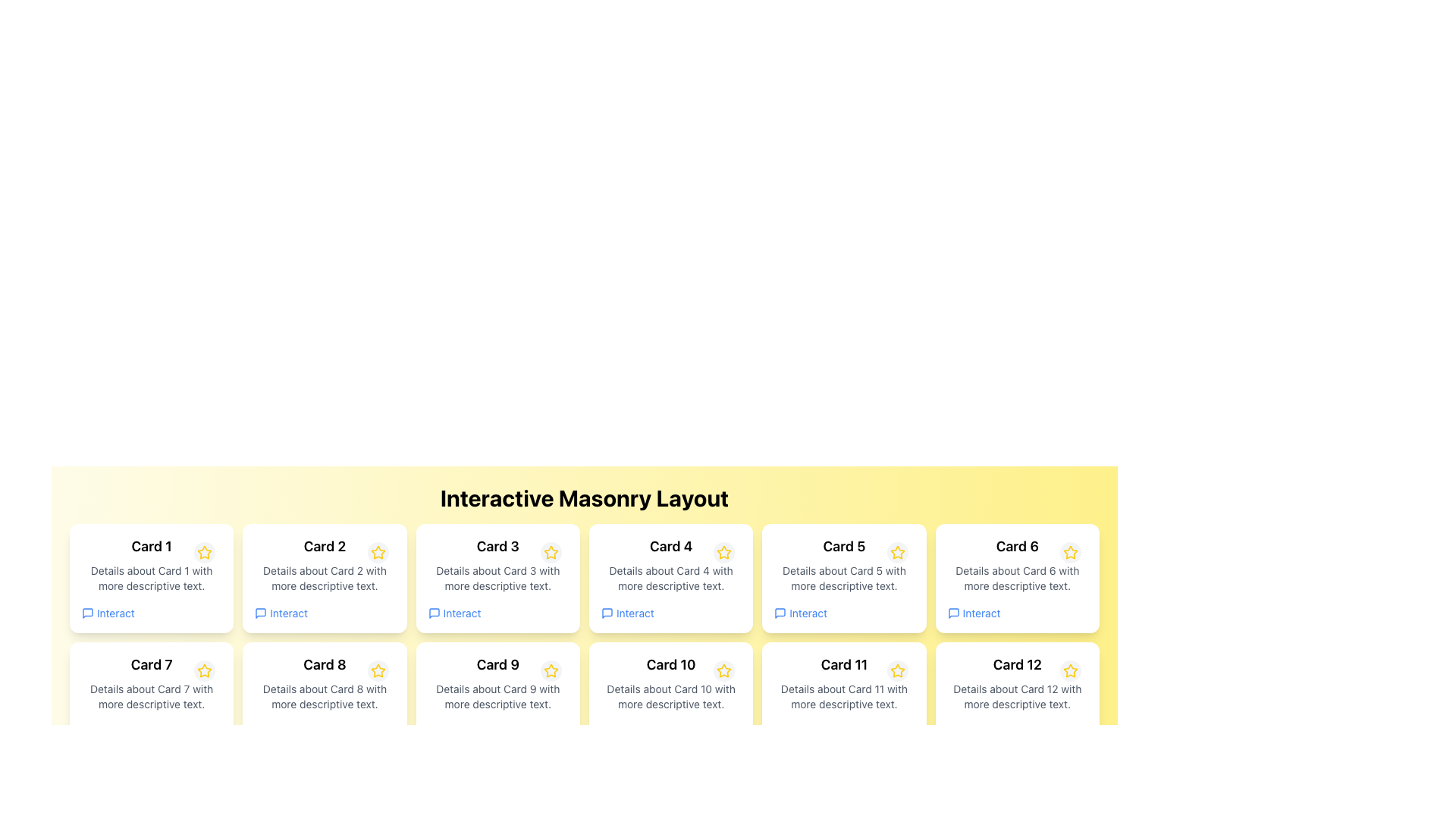 The image size is (1456, 819). Describe the element at coordinates (453, 613) in the screenshot. I see `the interactive link for 'Card 3' located at the bottom of its content section` at that location.